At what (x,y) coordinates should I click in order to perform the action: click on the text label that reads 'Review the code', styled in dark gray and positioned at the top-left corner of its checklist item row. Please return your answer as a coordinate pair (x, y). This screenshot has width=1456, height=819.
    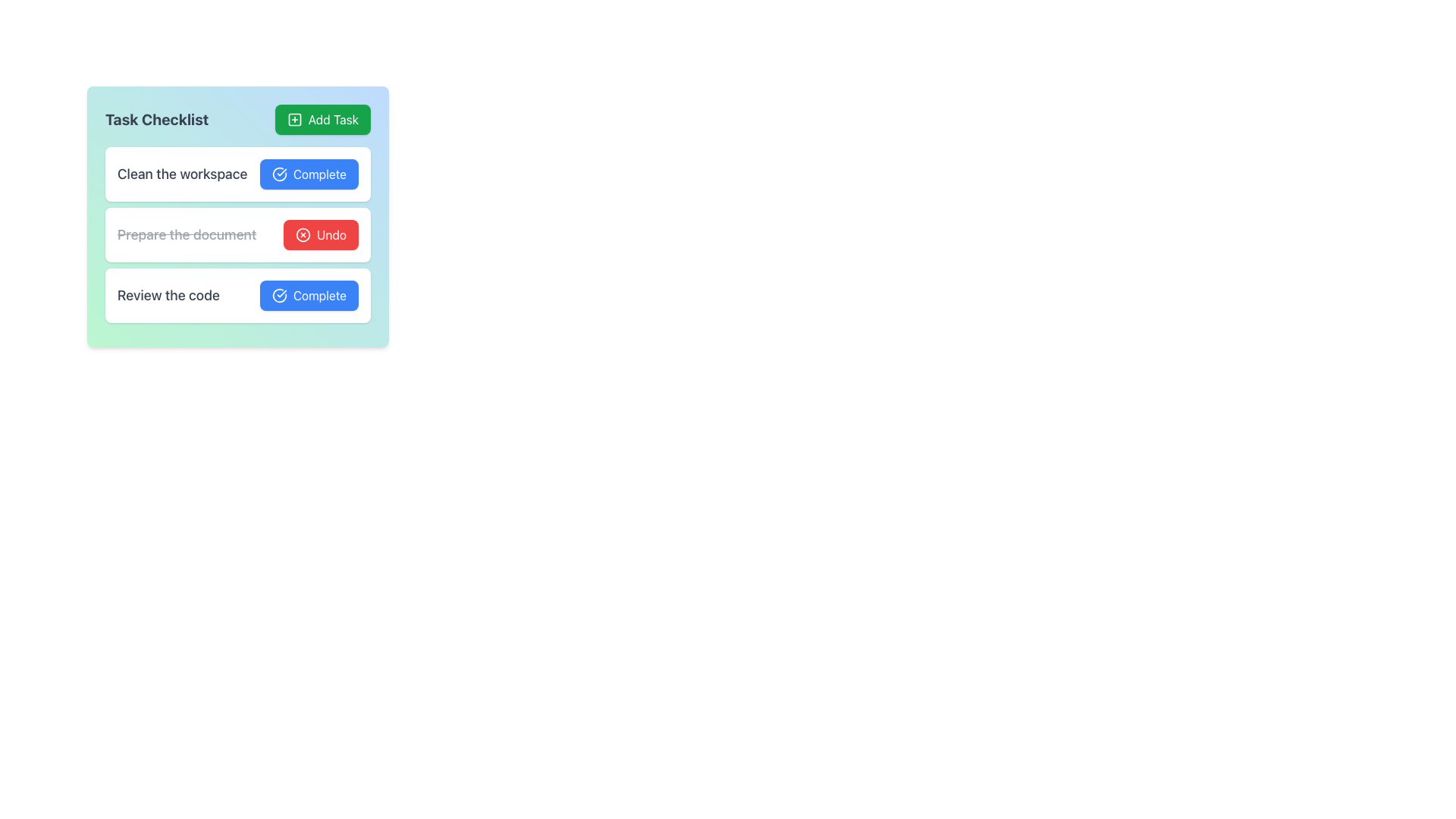
    Looking at the image, I should click on (168, 295).